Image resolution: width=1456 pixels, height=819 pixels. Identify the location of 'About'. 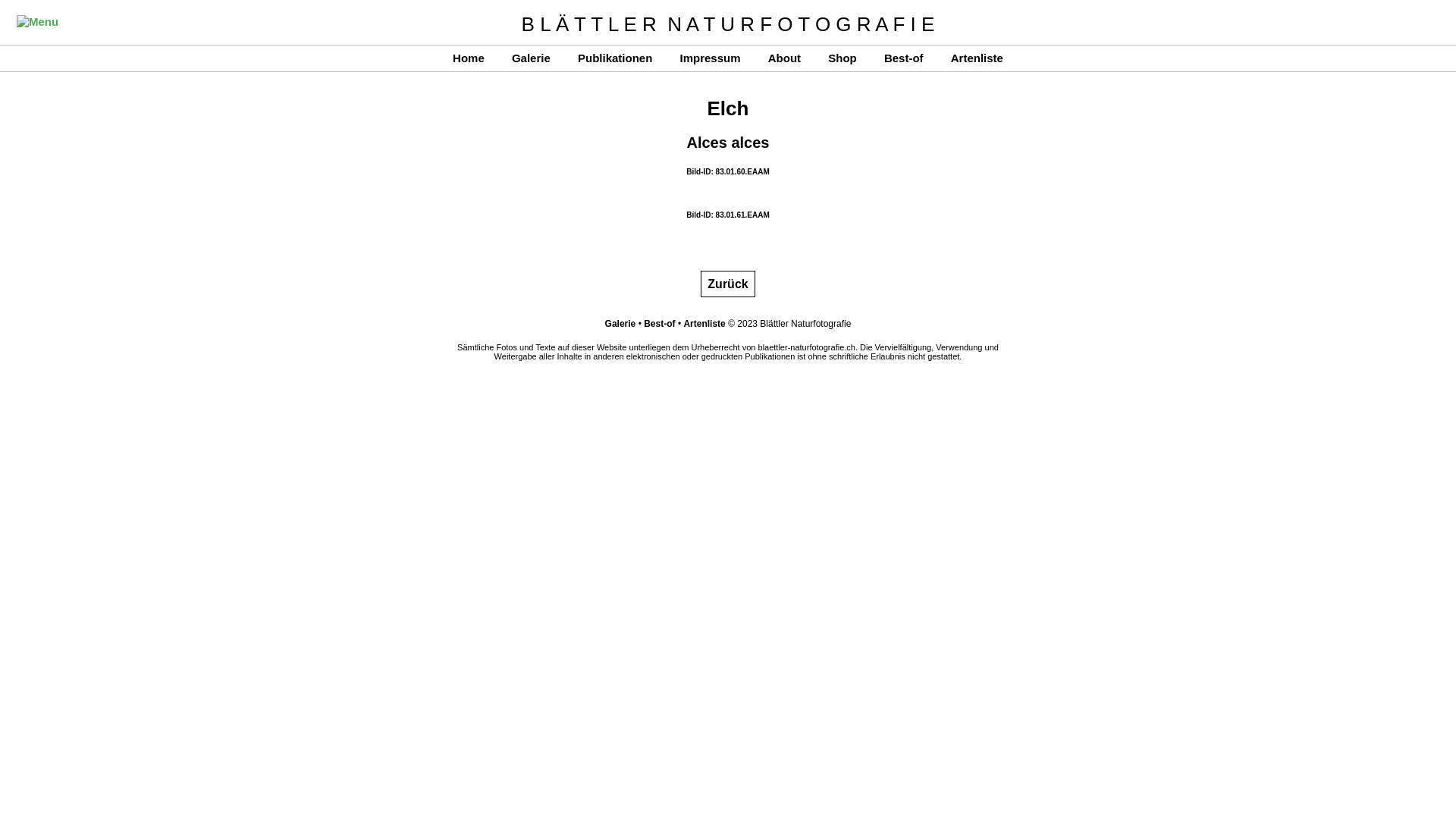
(784, 57).